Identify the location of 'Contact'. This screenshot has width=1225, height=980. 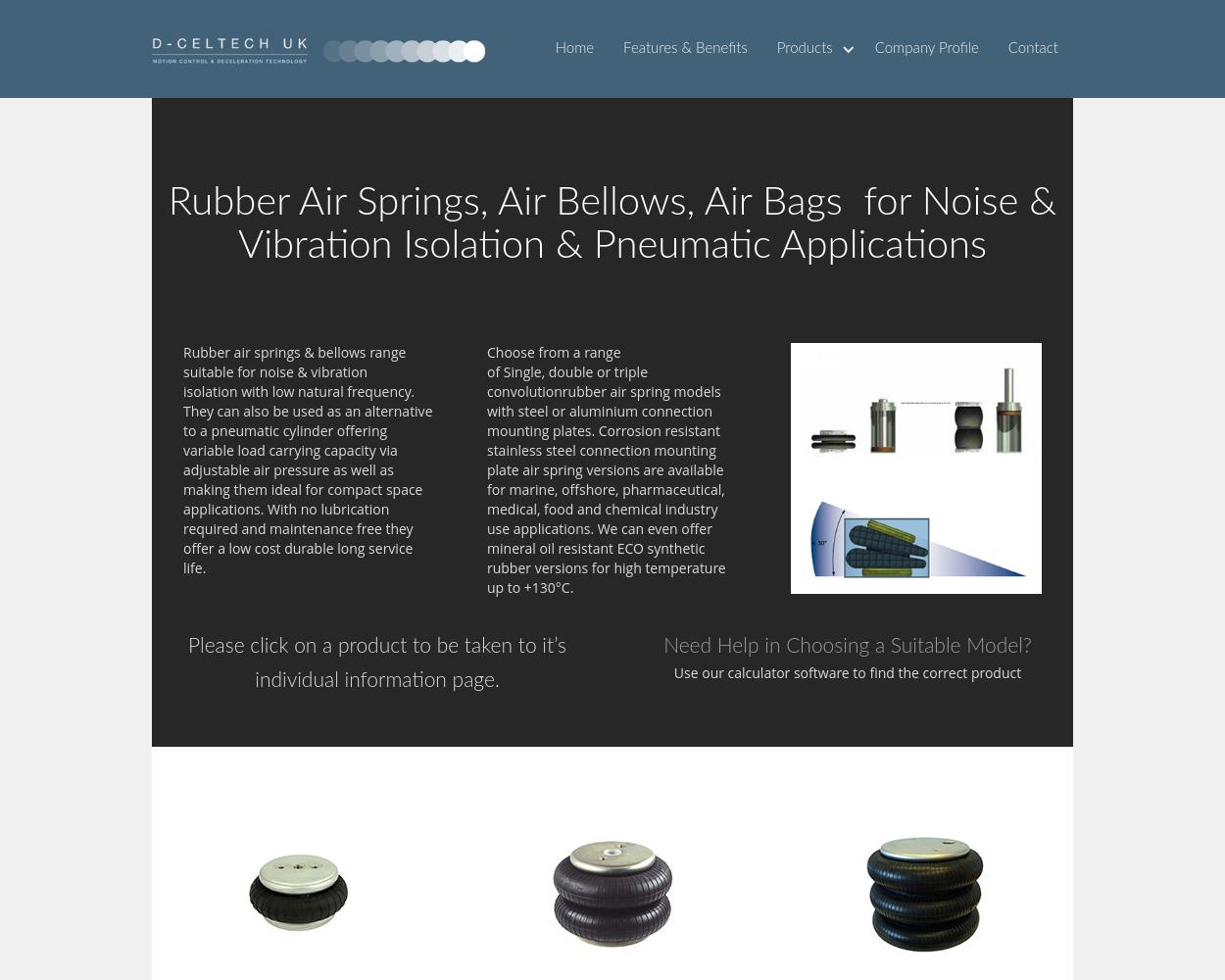
(1007, 48).